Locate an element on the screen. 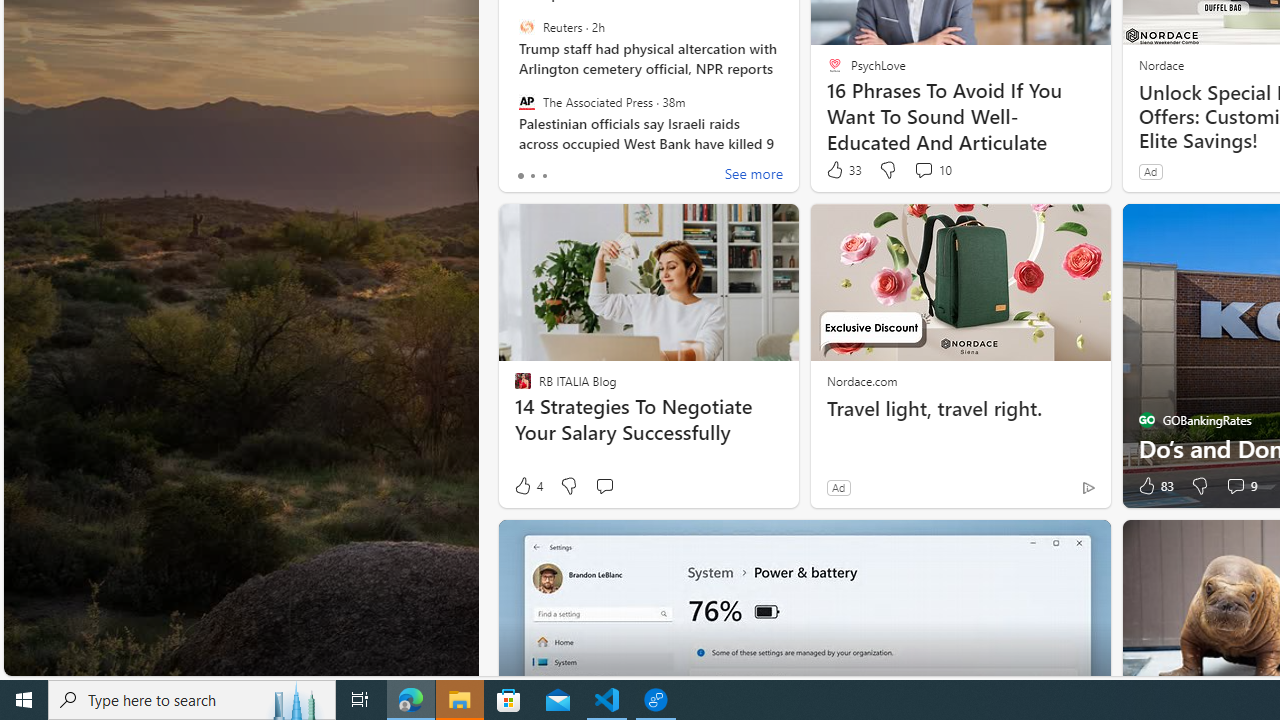 The width and height of the screenshot is (1280, 720). 'Travel light, travel right.' is located at coordinates (960, 407).